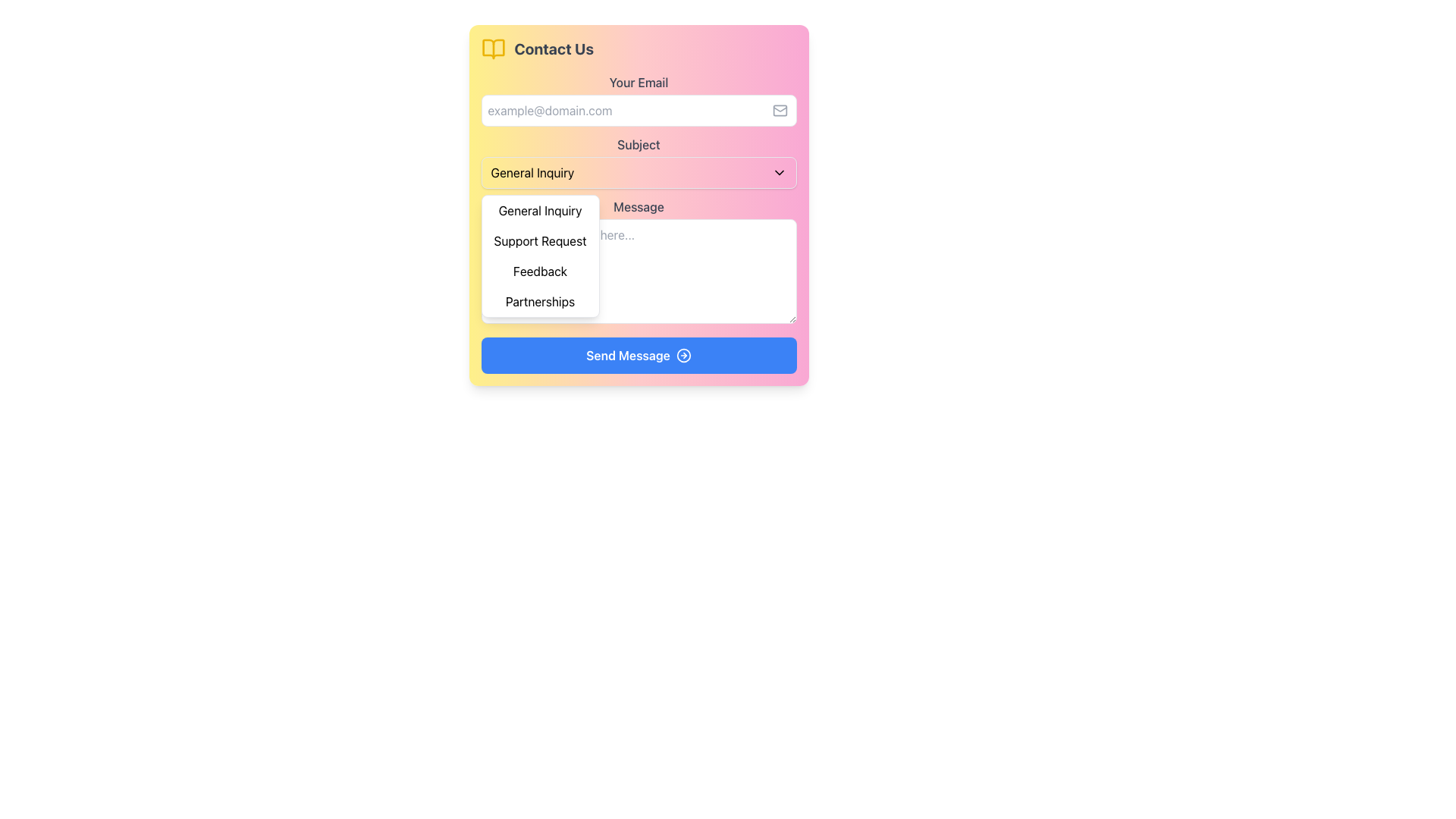  I want to click on the 'Support Request' dropdown menu option, which is the second item in the list of selectable options, so click(540, 256).